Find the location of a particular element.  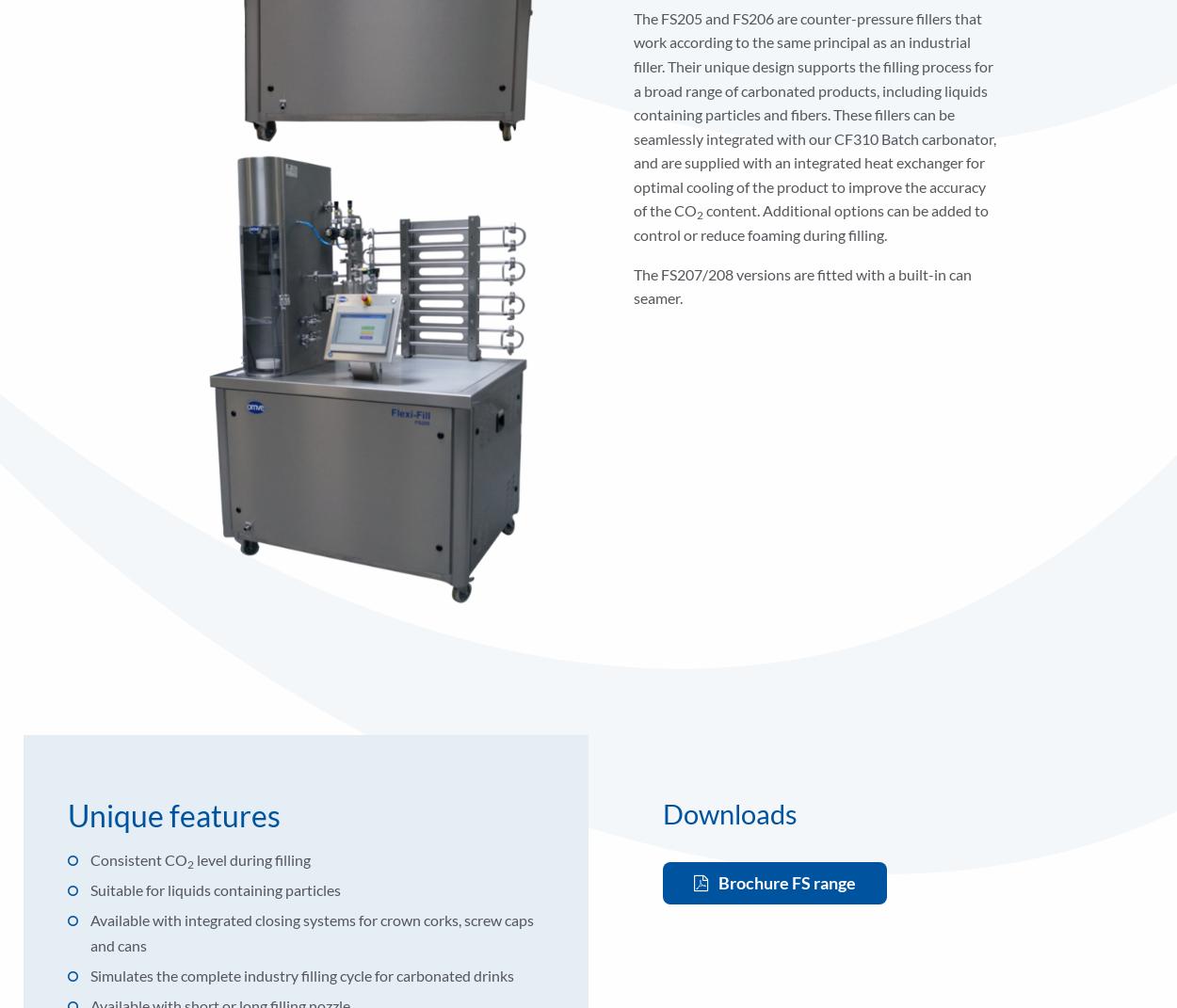

'content. Additional options can be added to control or reduce foaming during filling.' is located at coordinates (809, 222).